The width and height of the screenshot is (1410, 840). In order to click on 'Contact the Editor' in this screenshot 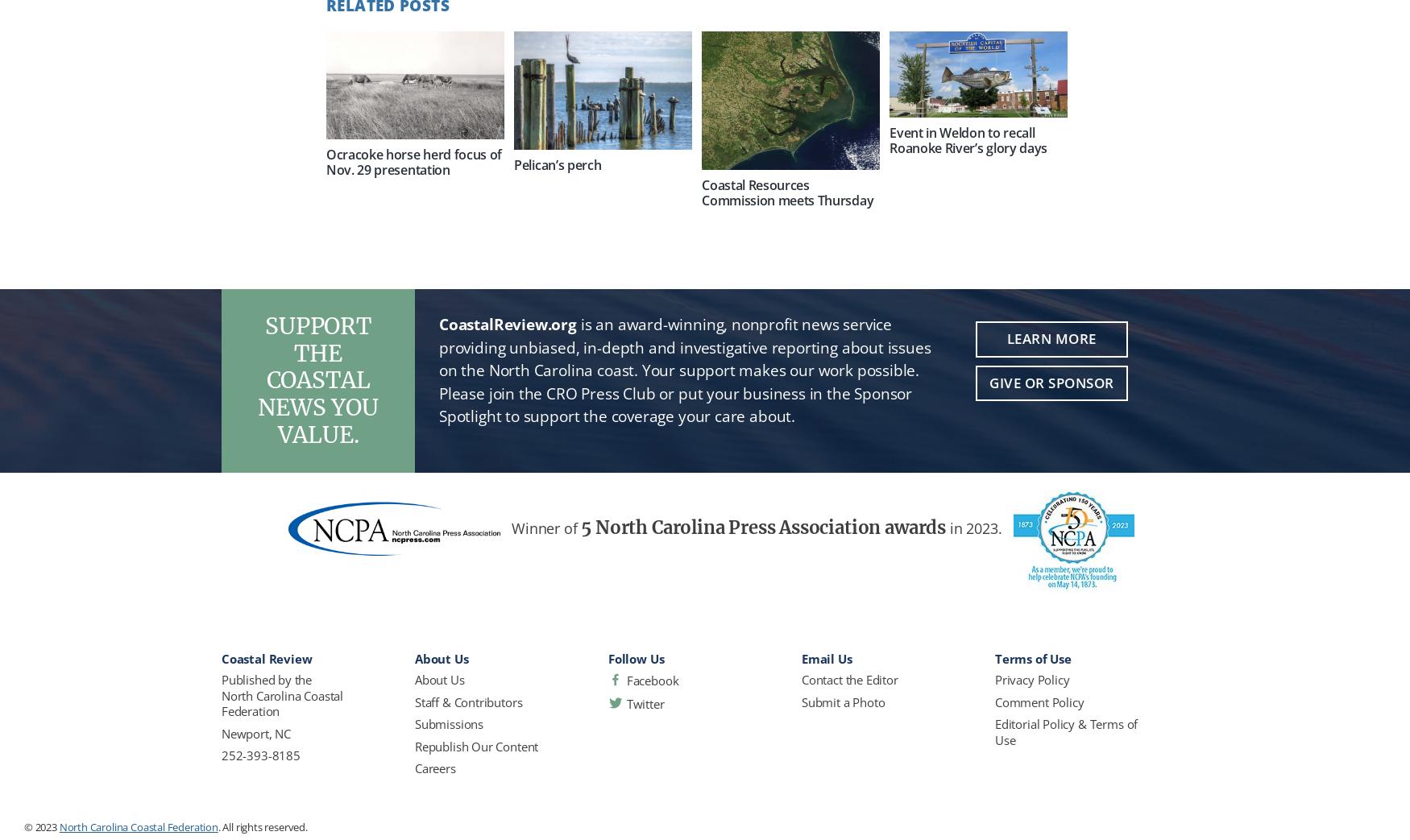, I will do `click(848, 679)`.